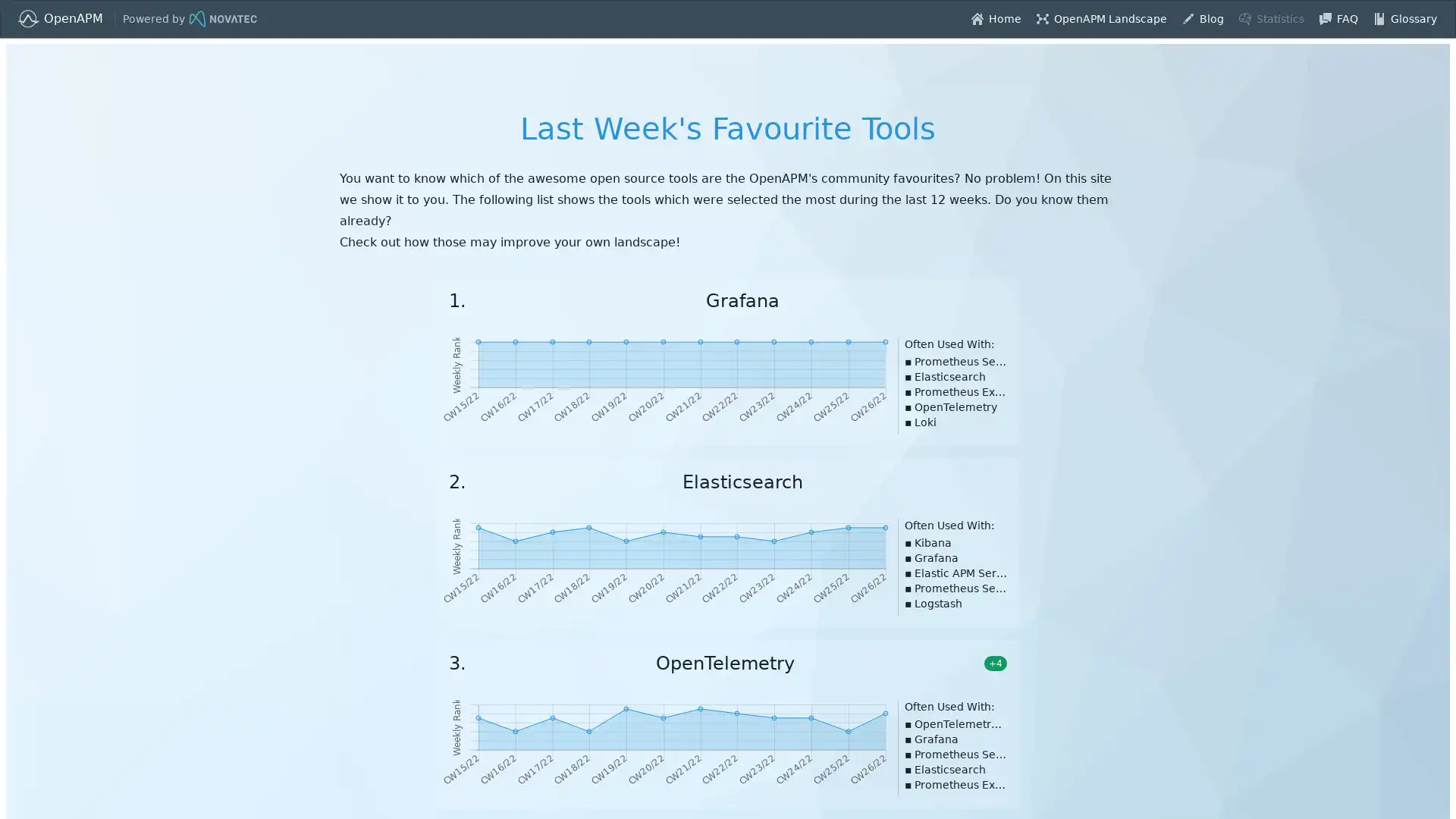  I want to click on edit Blog, so click(1202, 18).